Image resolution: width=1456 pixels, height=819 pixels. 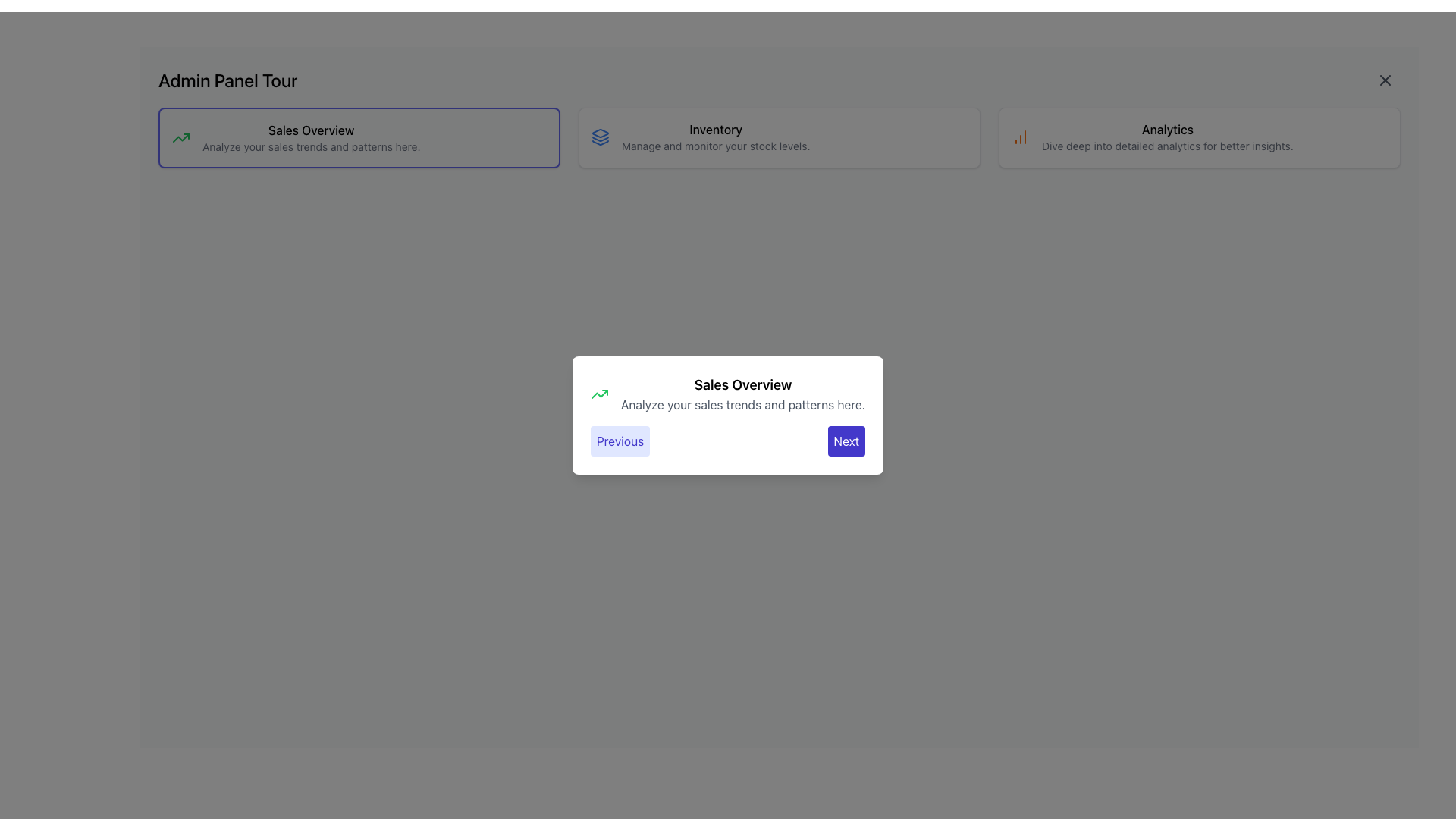 What do you see at coordinates (310, 130) in the screenshot?
I see `the Text Label that serves as a title for the associated informational card, located at the top of the first card in a horizontal layout of cards` at bounding box center [310, 130].